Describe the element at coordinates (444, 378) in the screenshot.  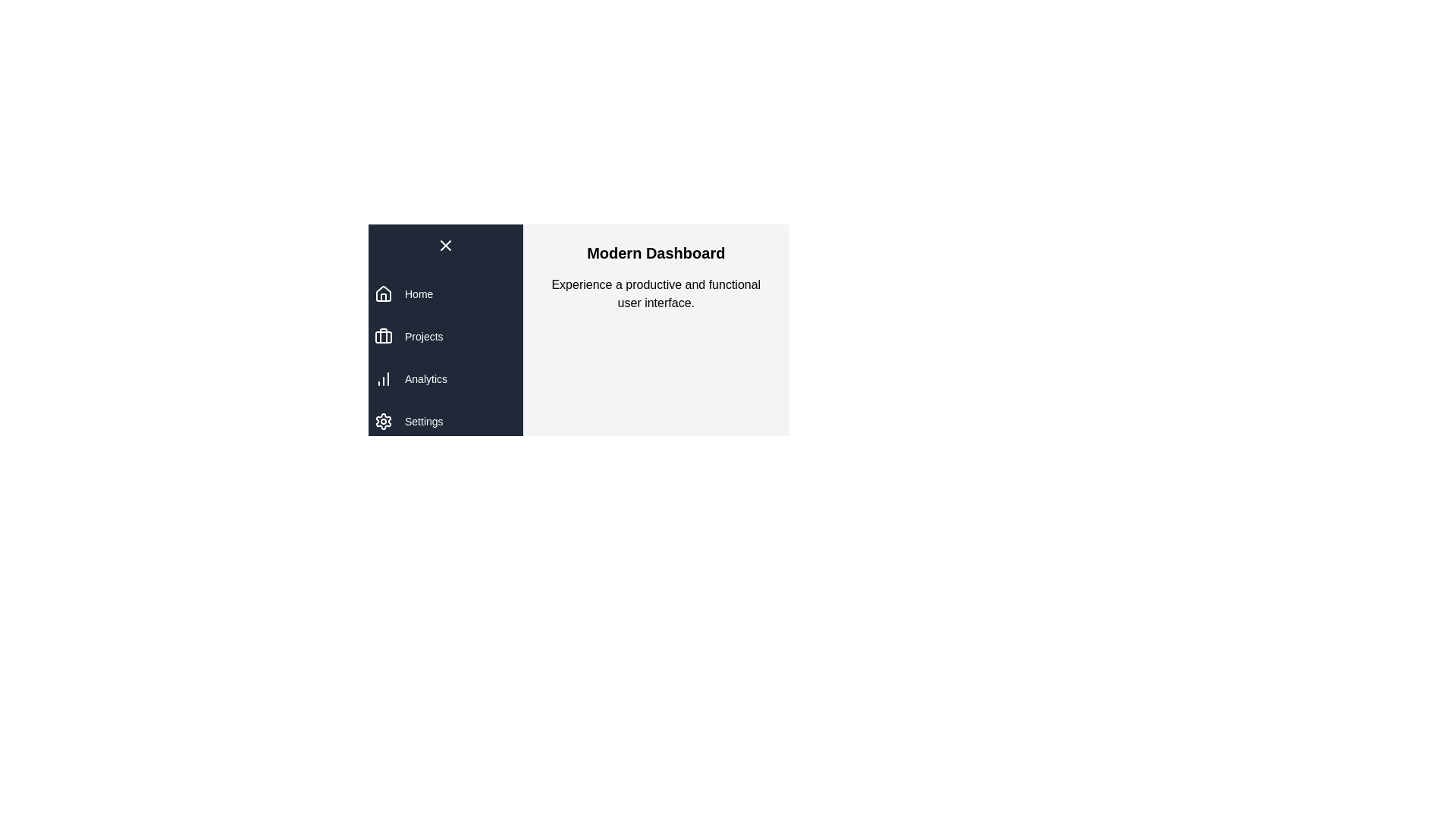
I see `the navigation item Analytics to observe its hover effect` at that location.